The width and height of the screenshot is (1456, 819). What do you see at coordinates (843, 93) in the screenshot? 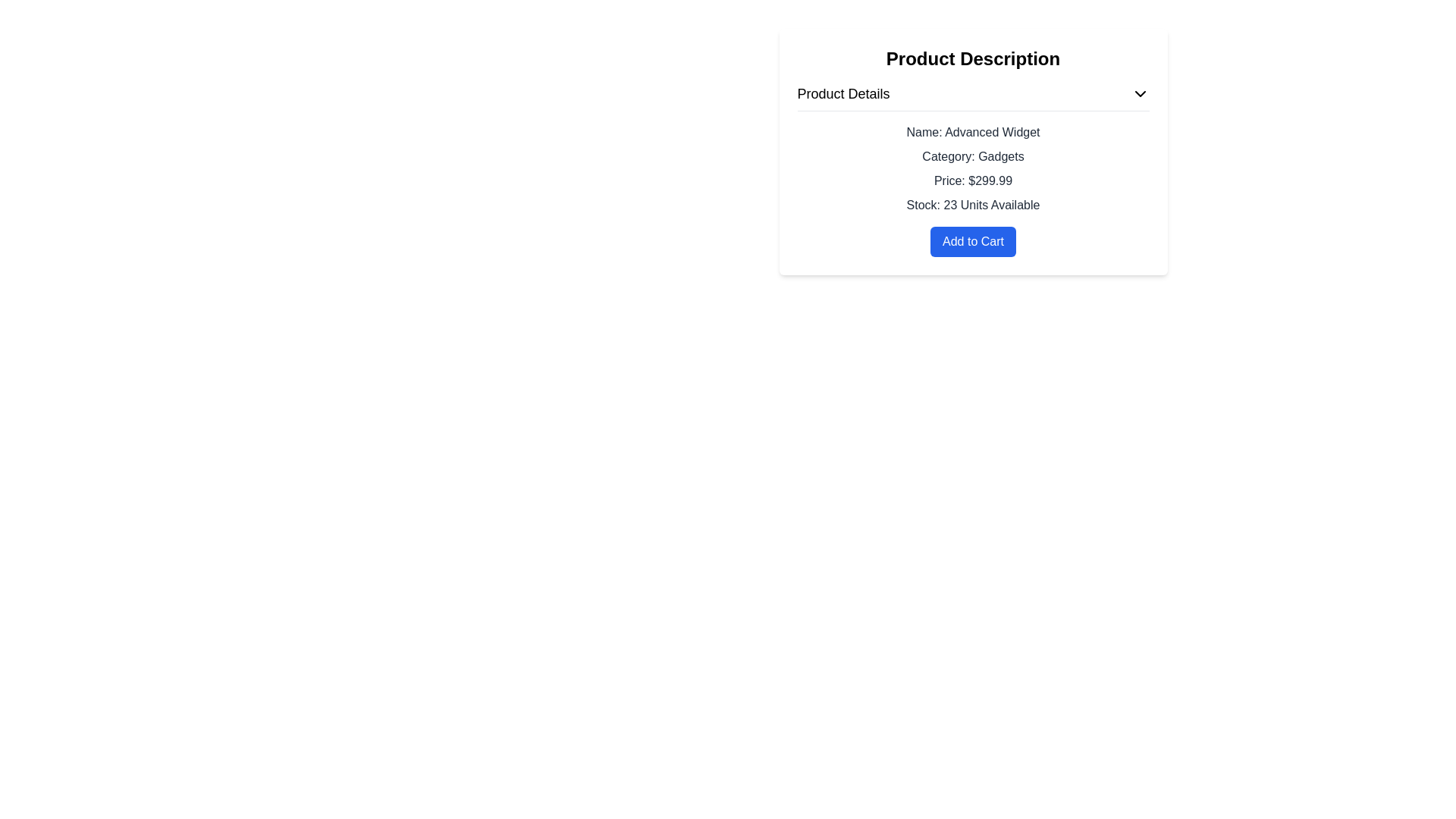
I see `the text label that reads 'Product Details', which is styled with medium bold font and aligned to the left, located under the 'Product Description' header` at bounding box center [843, 93].